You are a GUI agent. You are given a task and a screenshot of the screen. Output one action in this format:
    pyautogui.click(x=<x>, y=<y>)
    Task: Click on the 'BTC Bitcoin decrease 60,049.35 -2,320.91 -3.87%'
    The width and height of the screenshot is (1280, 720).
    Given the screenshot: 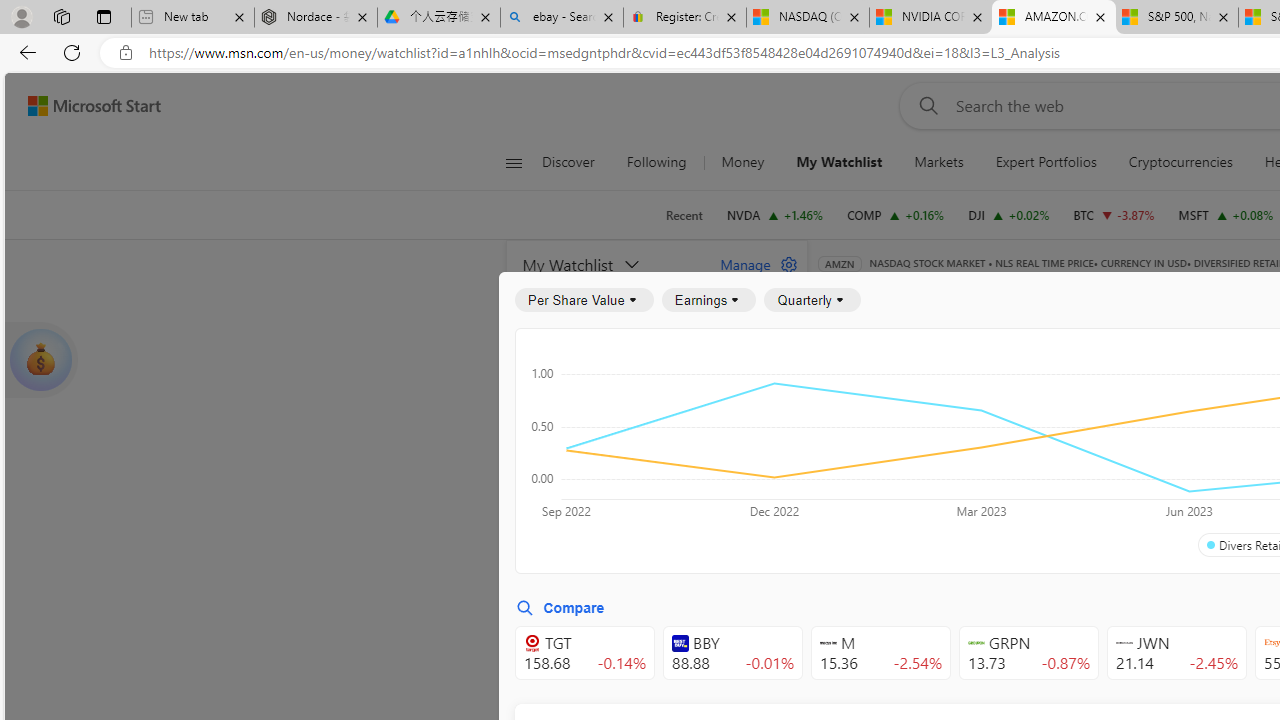 What is the action you would take?
    pyautogui.click(x=1113, y=214)
    